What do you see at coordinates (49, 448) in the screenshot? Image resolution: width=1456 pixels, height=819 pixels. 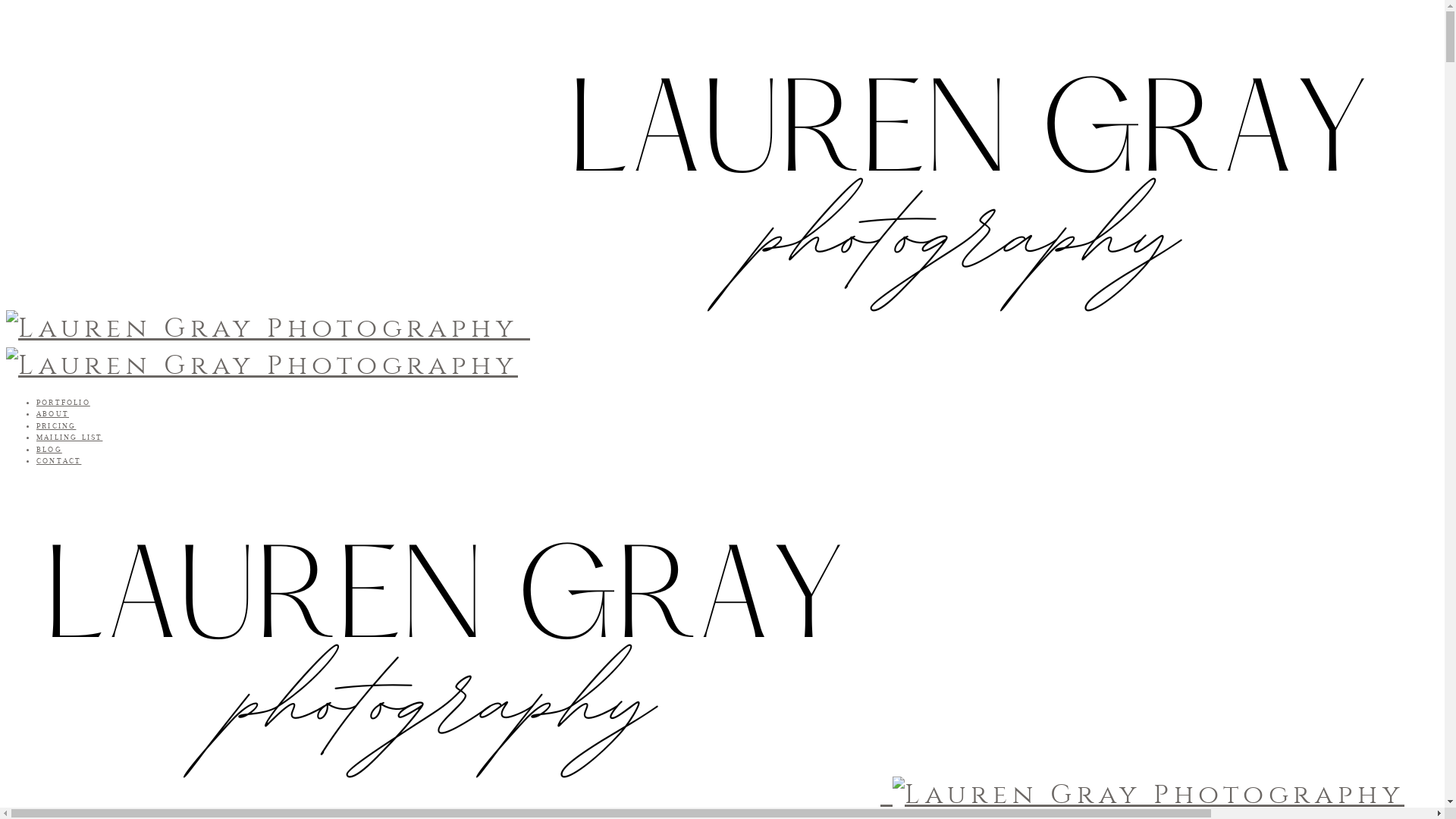 I see `'BLOG'` at bounding box center [49, 448].